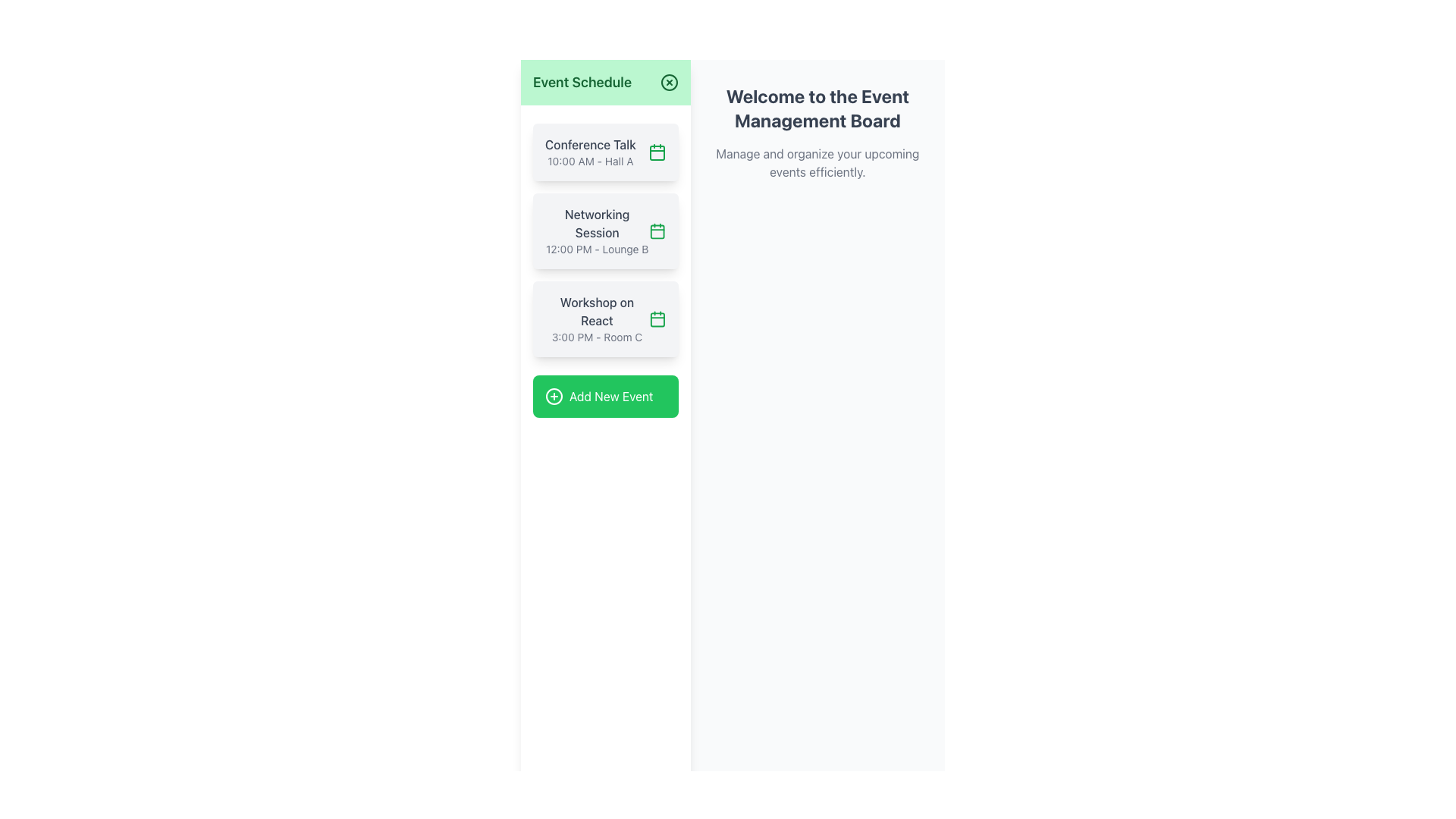  I want to click on the 'Conference Talk' text display element, which shows '10:00 AM - Hall A' below it, located in the first card of the 'Event Schedule' section, so click(589, 152).